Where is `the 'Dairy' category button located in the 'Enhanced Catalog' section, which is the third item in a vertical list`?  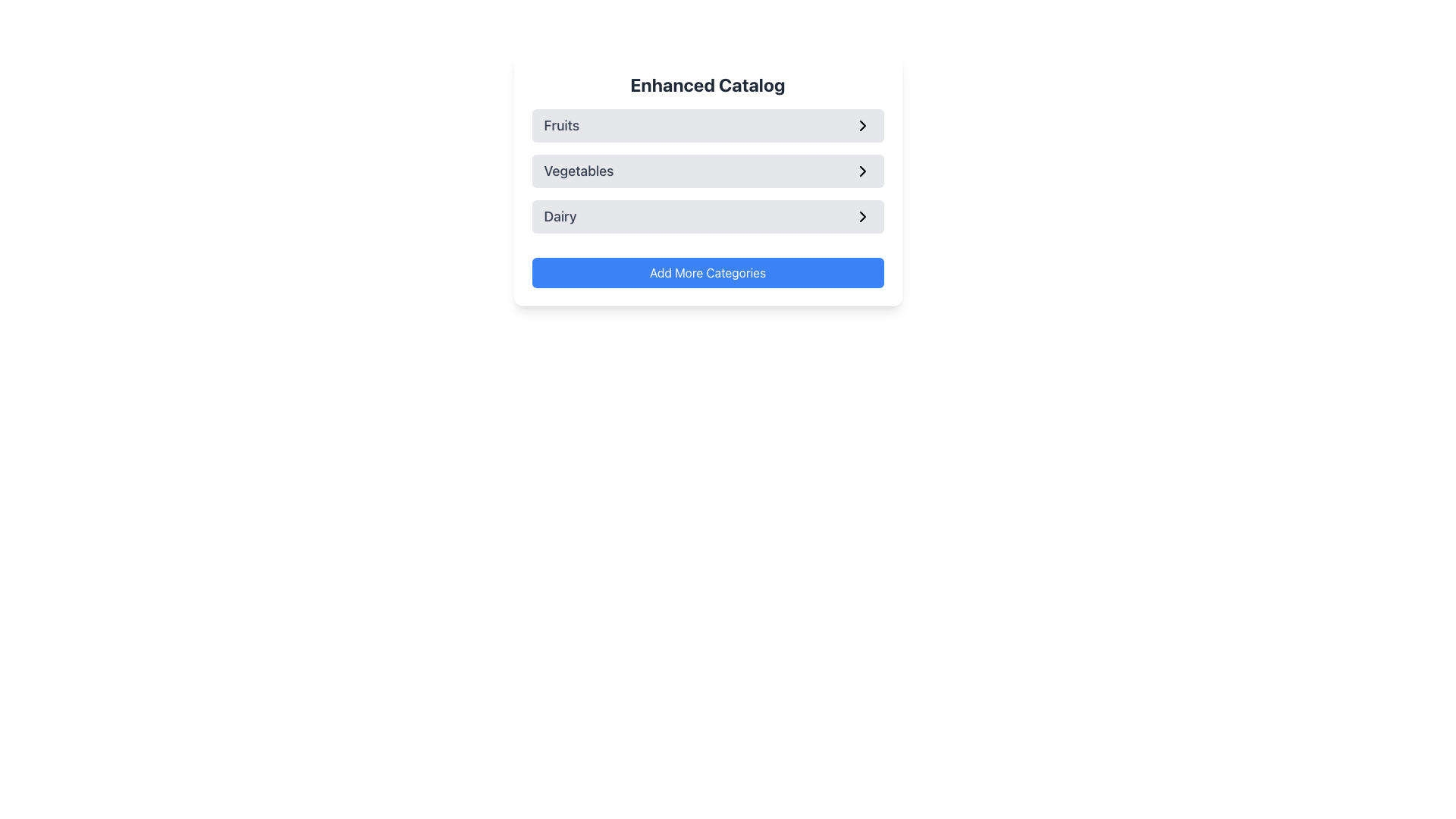 the 'Dairy' category button located in the 'Enhanced Catalog' section, which is the third item in a vertical list is located at coordinates (707, 216).